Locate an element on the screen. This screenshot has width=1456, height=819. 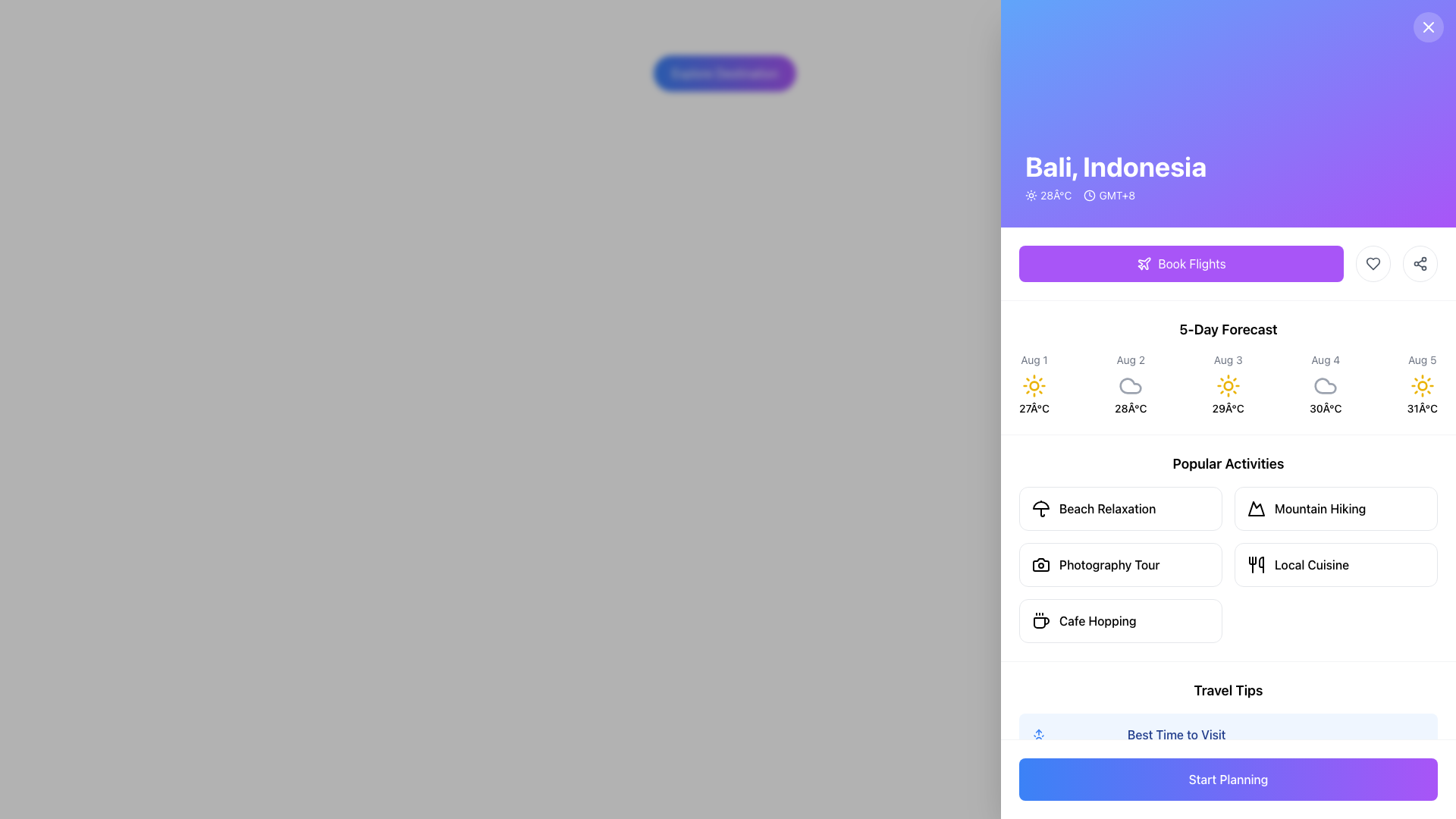
the flight booking button located below the title 'Bali, Indonesia', which is the first button in a group of three is located at coordinates (1181, 262).